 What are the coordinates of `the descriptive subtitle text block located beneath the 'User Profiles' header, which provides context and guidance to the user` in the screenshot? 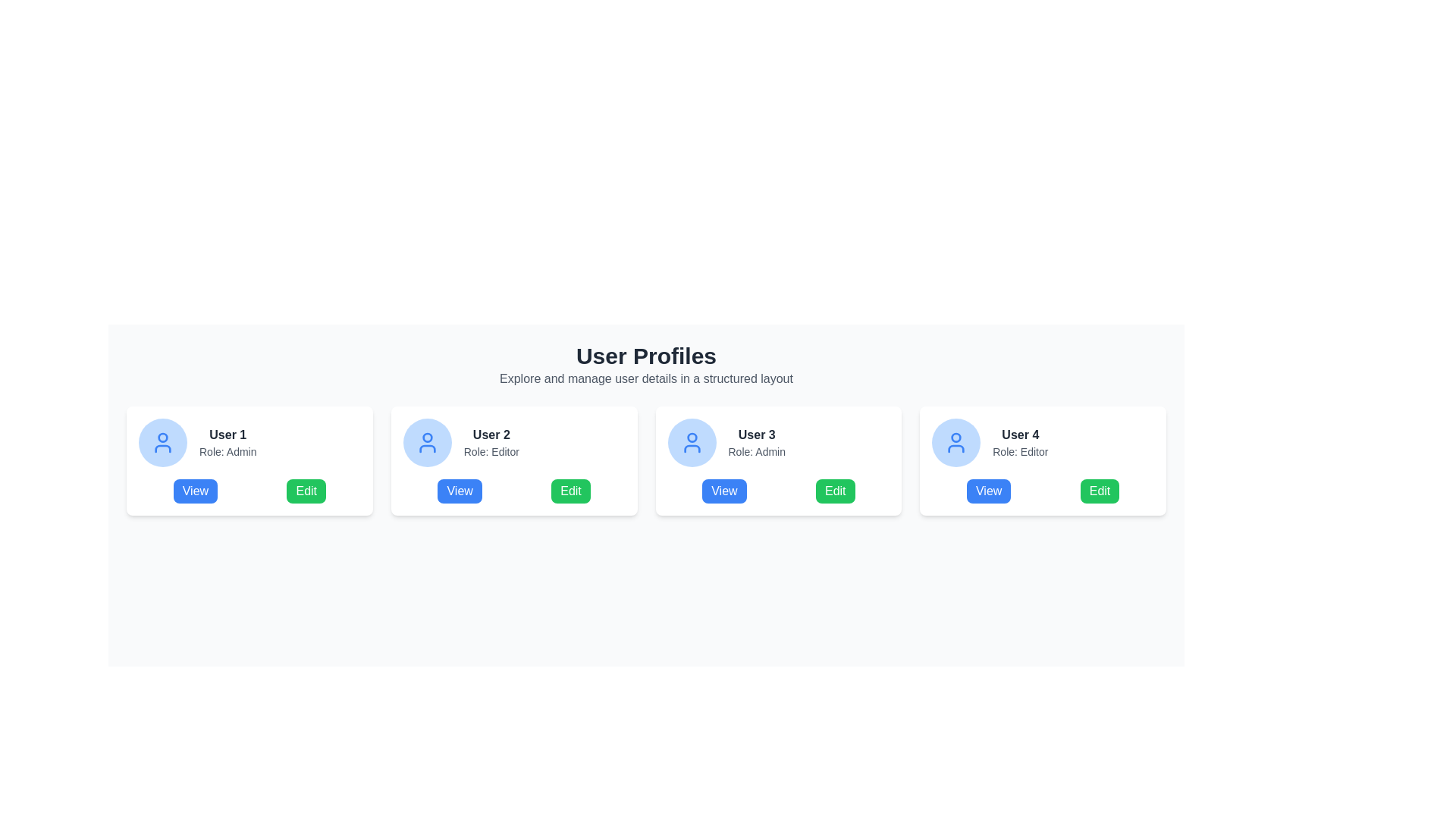 It's located at (646, 378).